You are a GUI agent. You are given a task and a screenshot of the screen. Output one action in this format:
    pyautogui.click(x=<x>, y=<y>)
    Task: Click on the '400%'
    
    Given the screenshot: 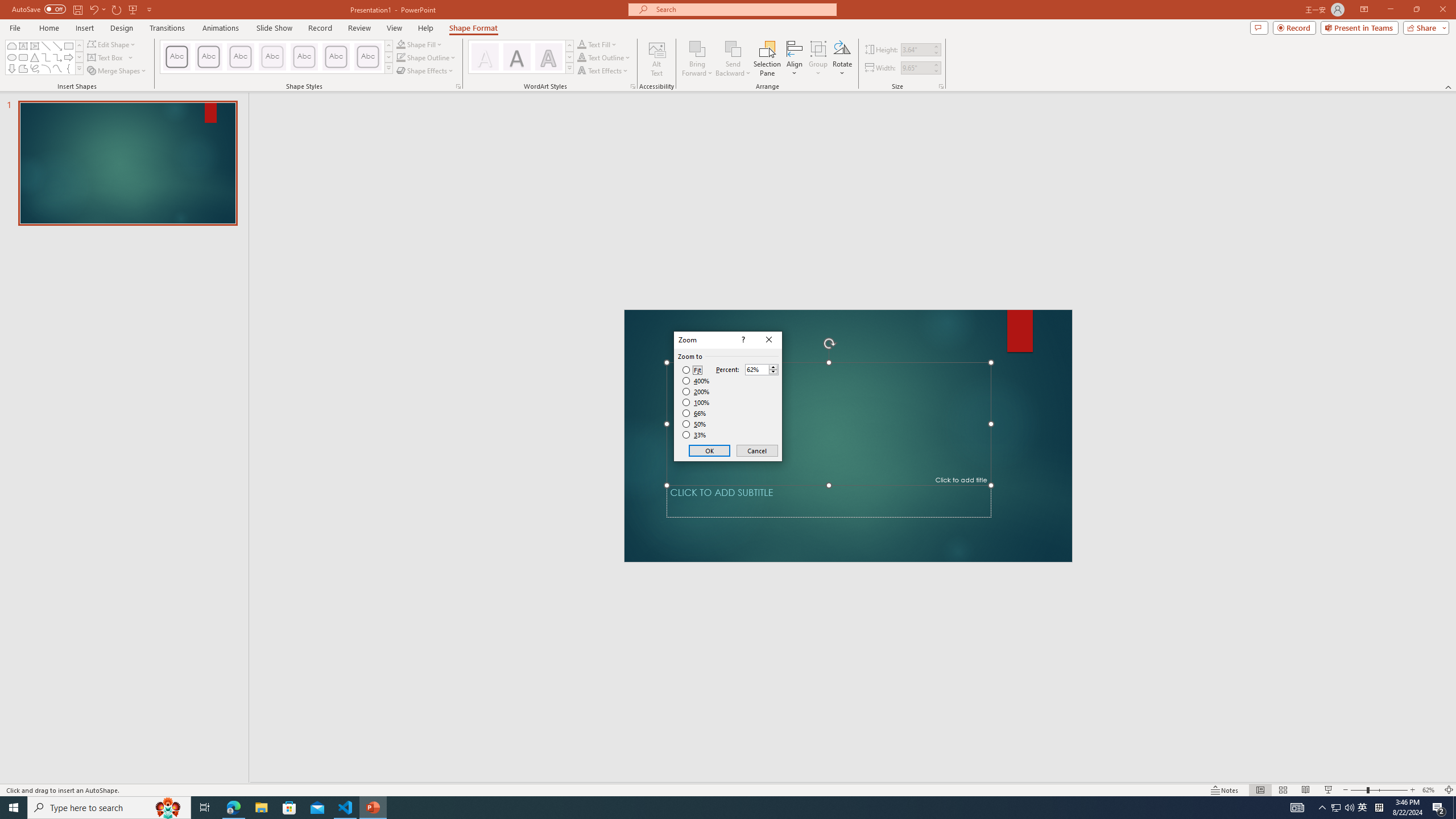 What is the action you would take?
    pyautogui.click(x=696, y=381)
    